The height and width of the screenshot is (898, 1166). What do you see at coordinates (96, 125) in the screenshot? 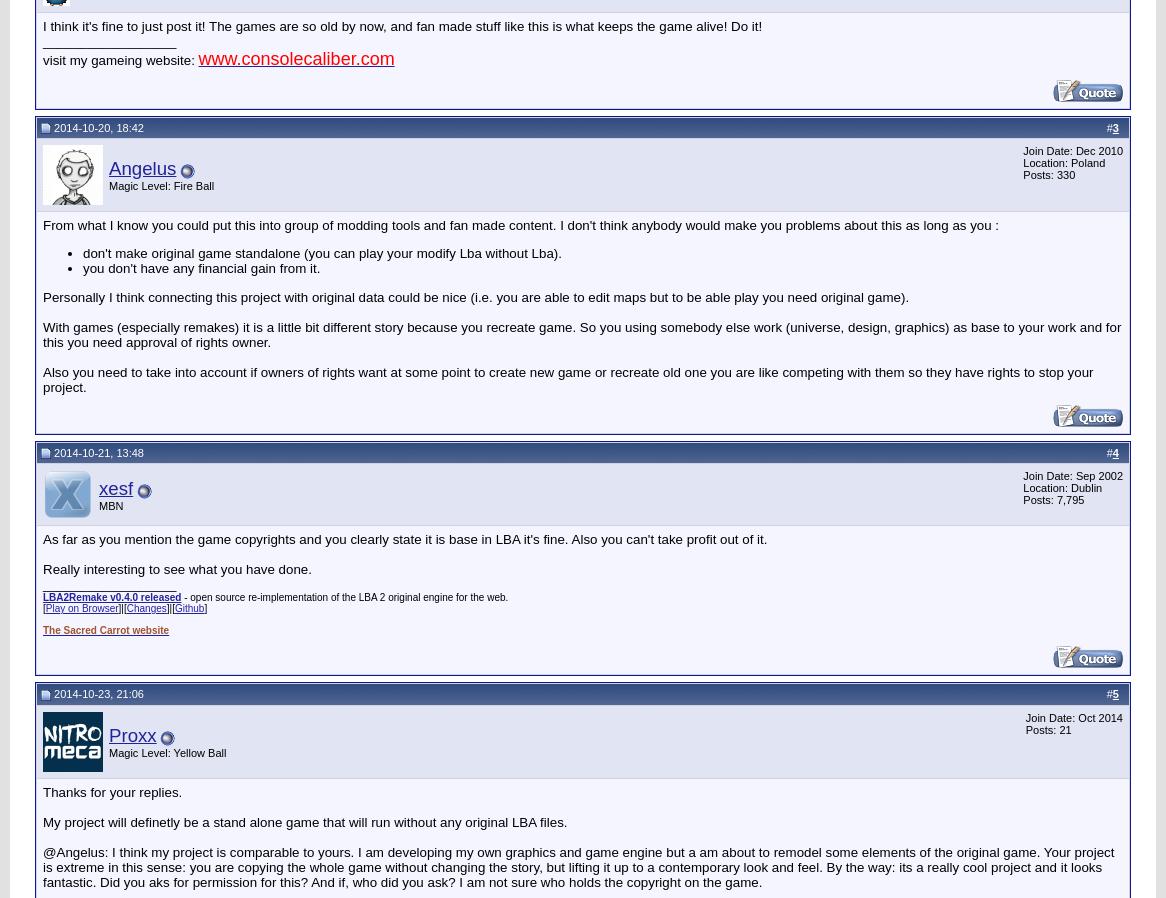
I see `'2014-10-20, 18:42'` at bounding box center [96, 125].